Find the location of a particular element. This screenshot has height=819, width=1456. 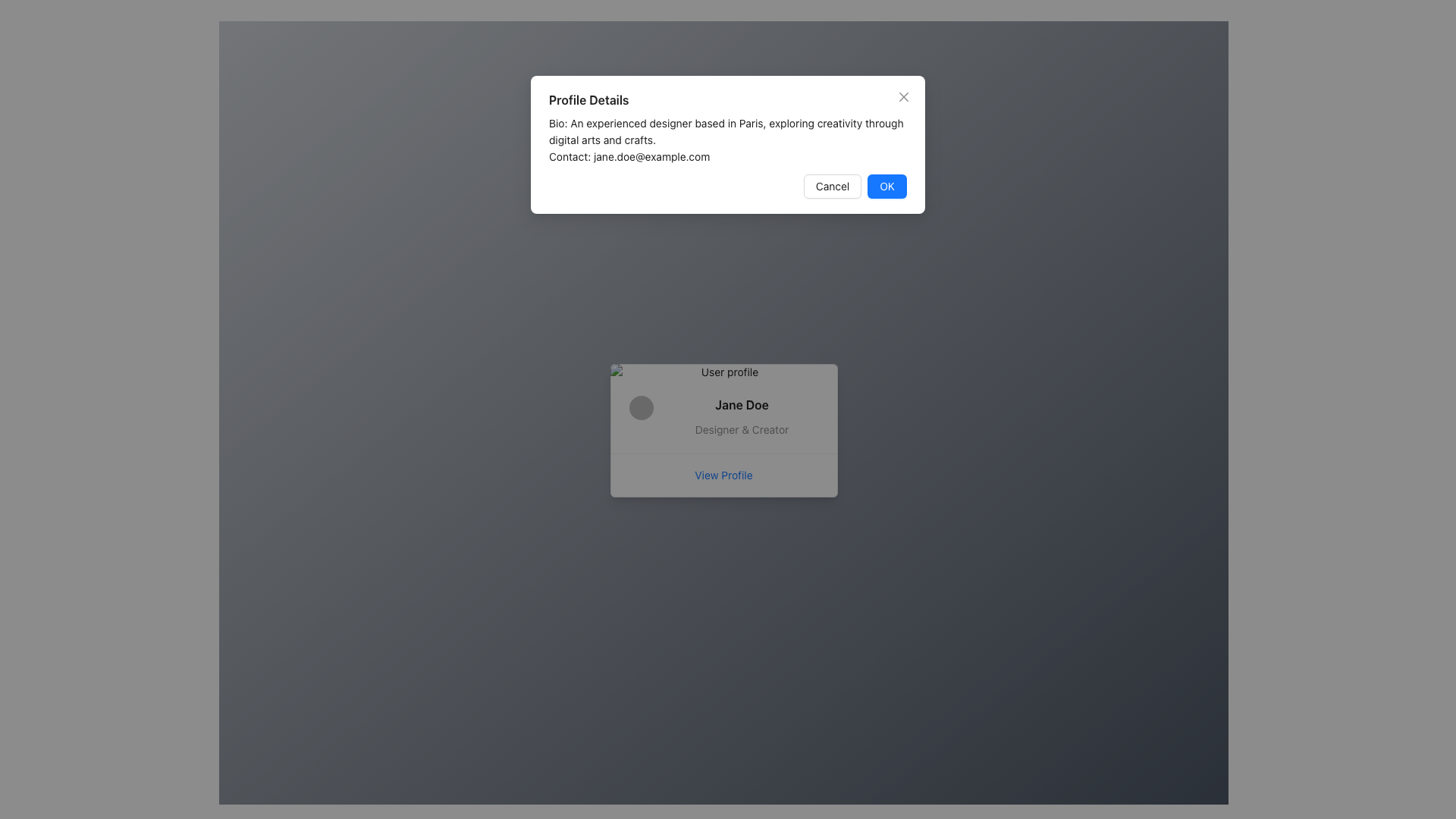

text displayed in the user profile card section titled 'Jane Doe' which includes the subtitle 'Designer & Creator' is located at coordinates (723, 416).